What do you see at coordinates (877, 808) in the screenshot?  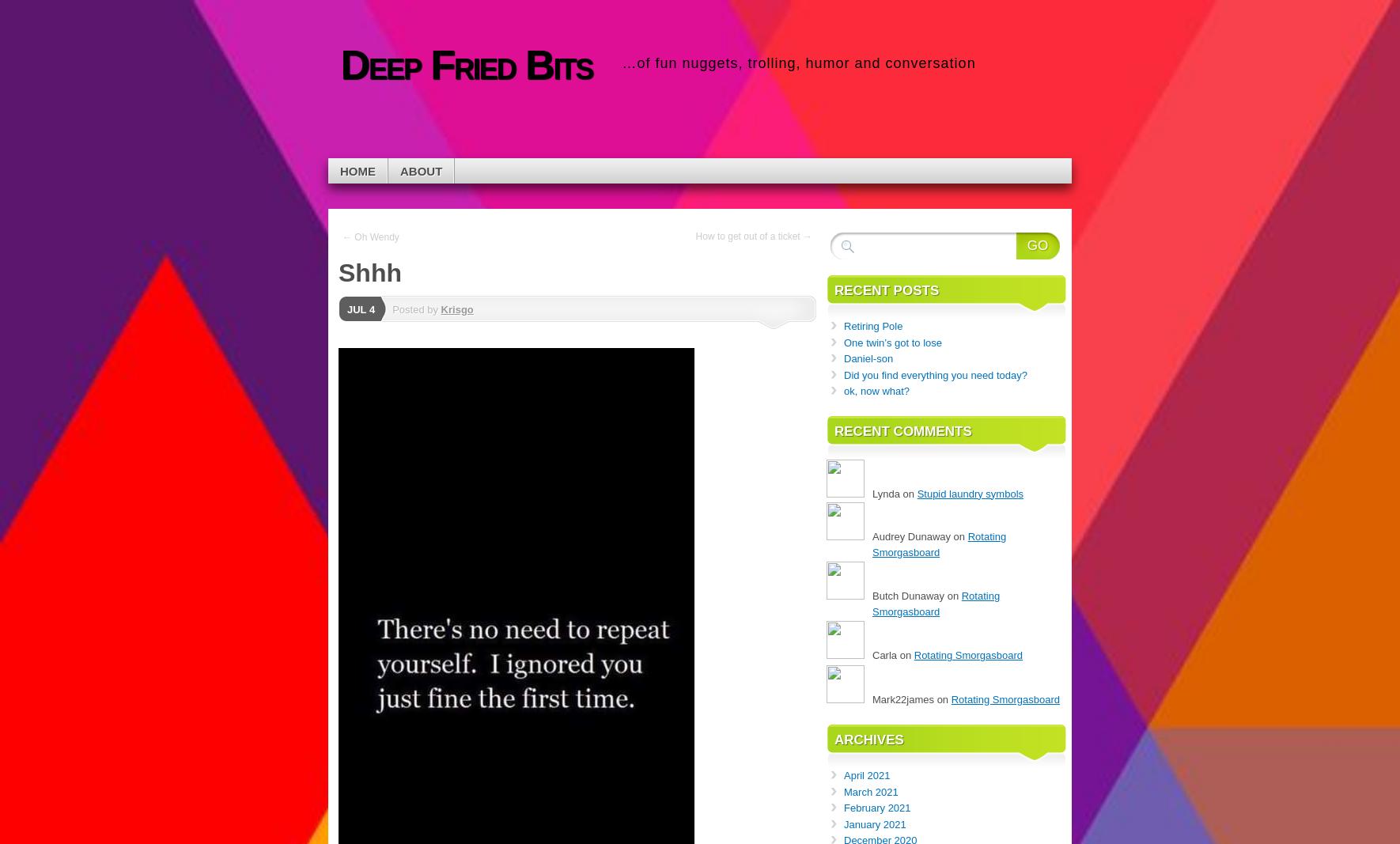 I see `'February 2021'` at bounding box center [877, 808].